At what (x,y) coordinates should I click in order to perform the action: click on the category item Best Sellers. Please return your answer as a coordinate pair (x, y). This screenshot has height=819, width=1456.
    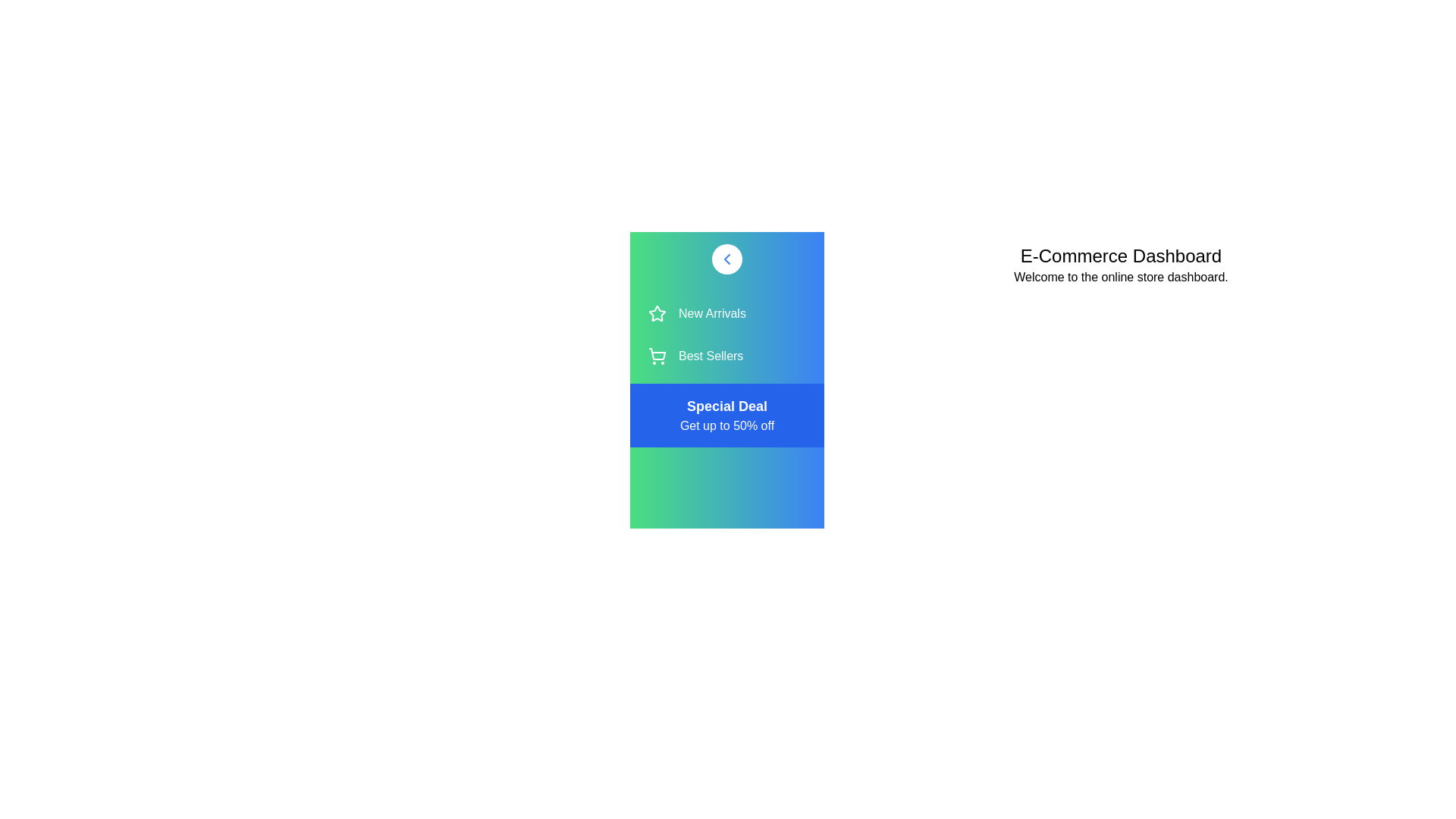
    Looking at the image, I should click on (726, 356).